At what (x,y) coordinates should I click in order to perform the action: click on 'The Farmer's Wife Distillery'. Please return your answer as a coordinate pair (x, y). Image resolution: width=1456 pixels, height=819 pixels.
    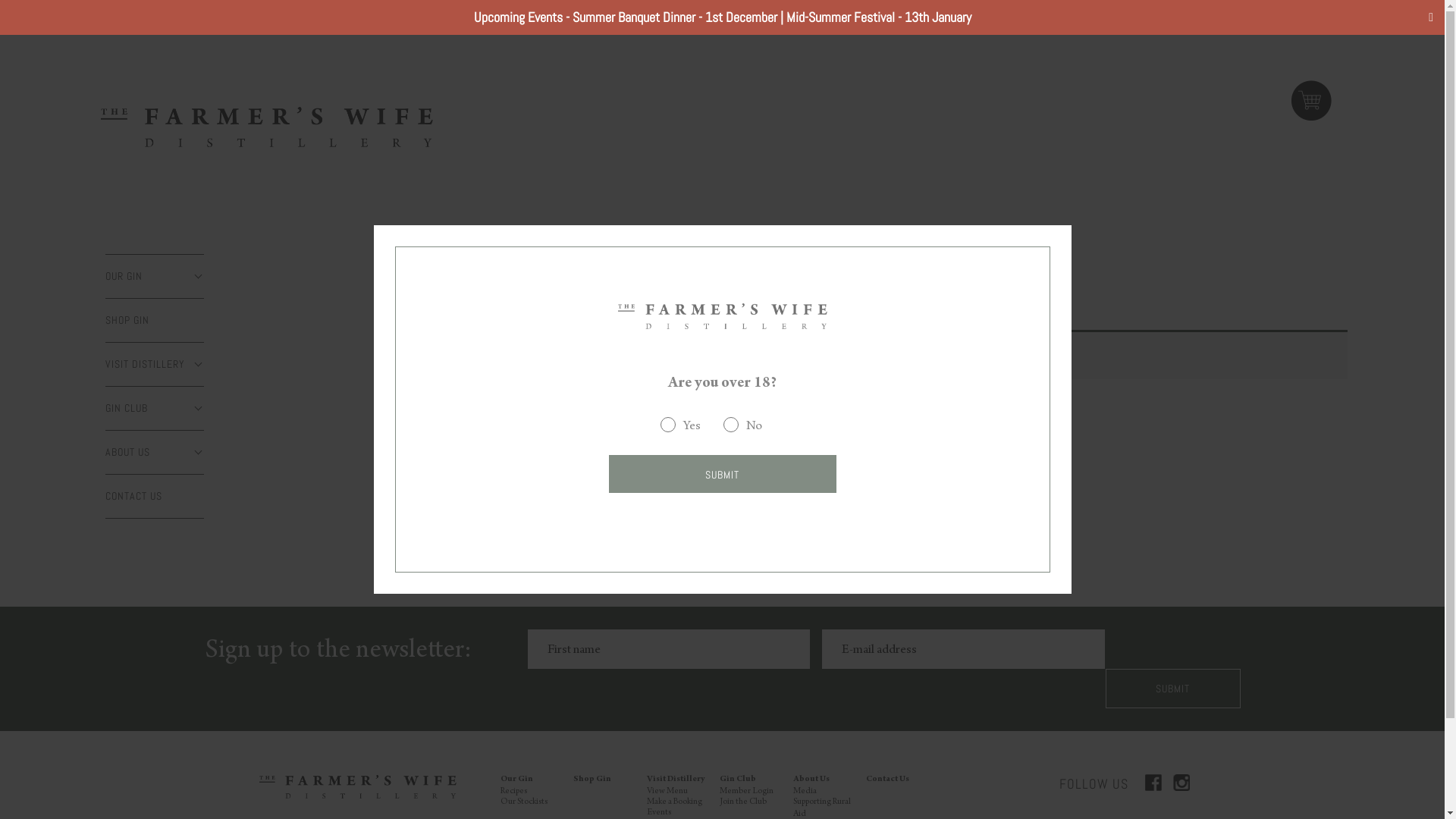
    Looking at the image, I should click on (266, 126).